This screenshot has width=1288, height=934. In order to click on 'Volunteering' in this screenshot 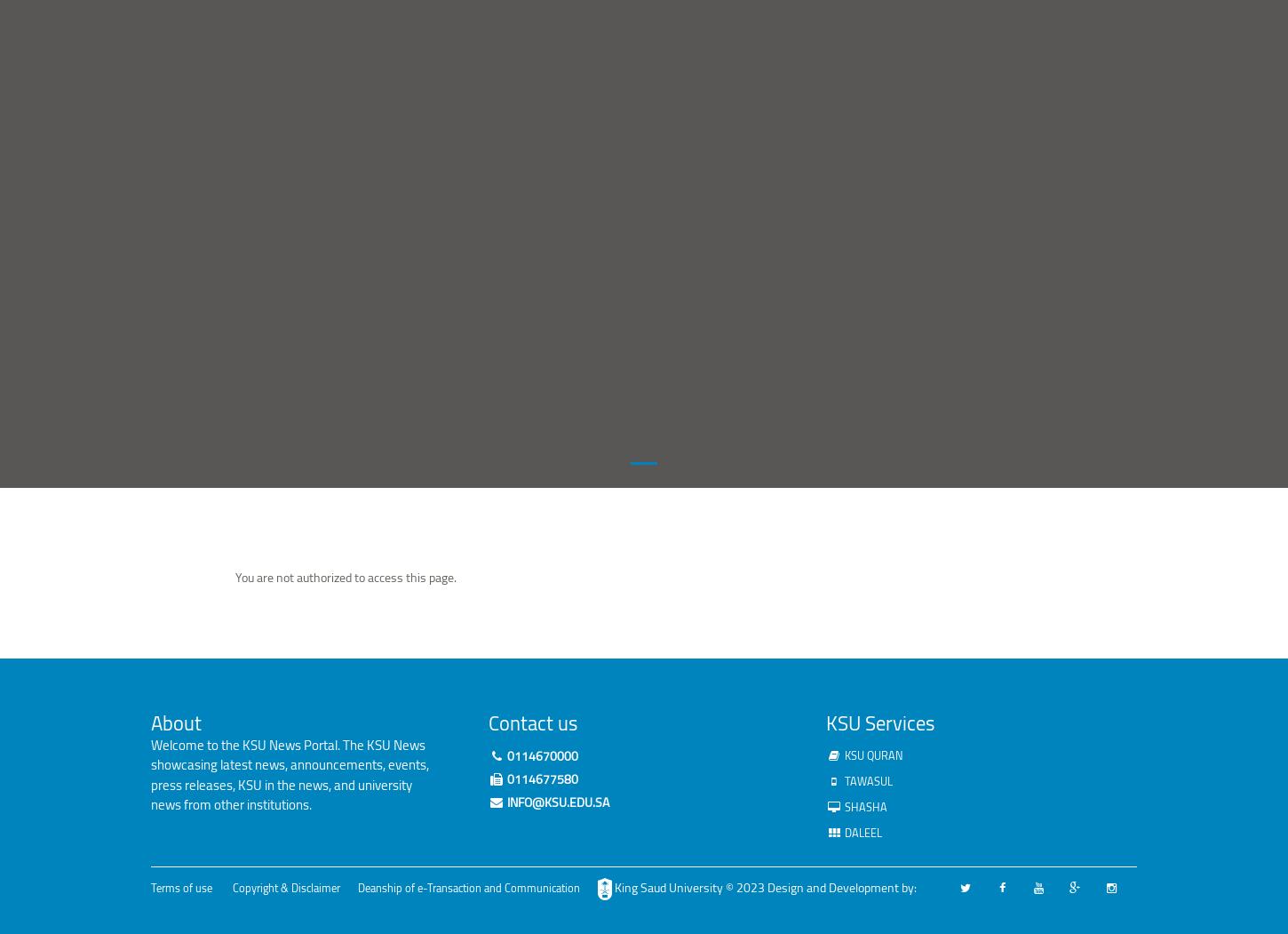, I will do `click(640, 118)`.